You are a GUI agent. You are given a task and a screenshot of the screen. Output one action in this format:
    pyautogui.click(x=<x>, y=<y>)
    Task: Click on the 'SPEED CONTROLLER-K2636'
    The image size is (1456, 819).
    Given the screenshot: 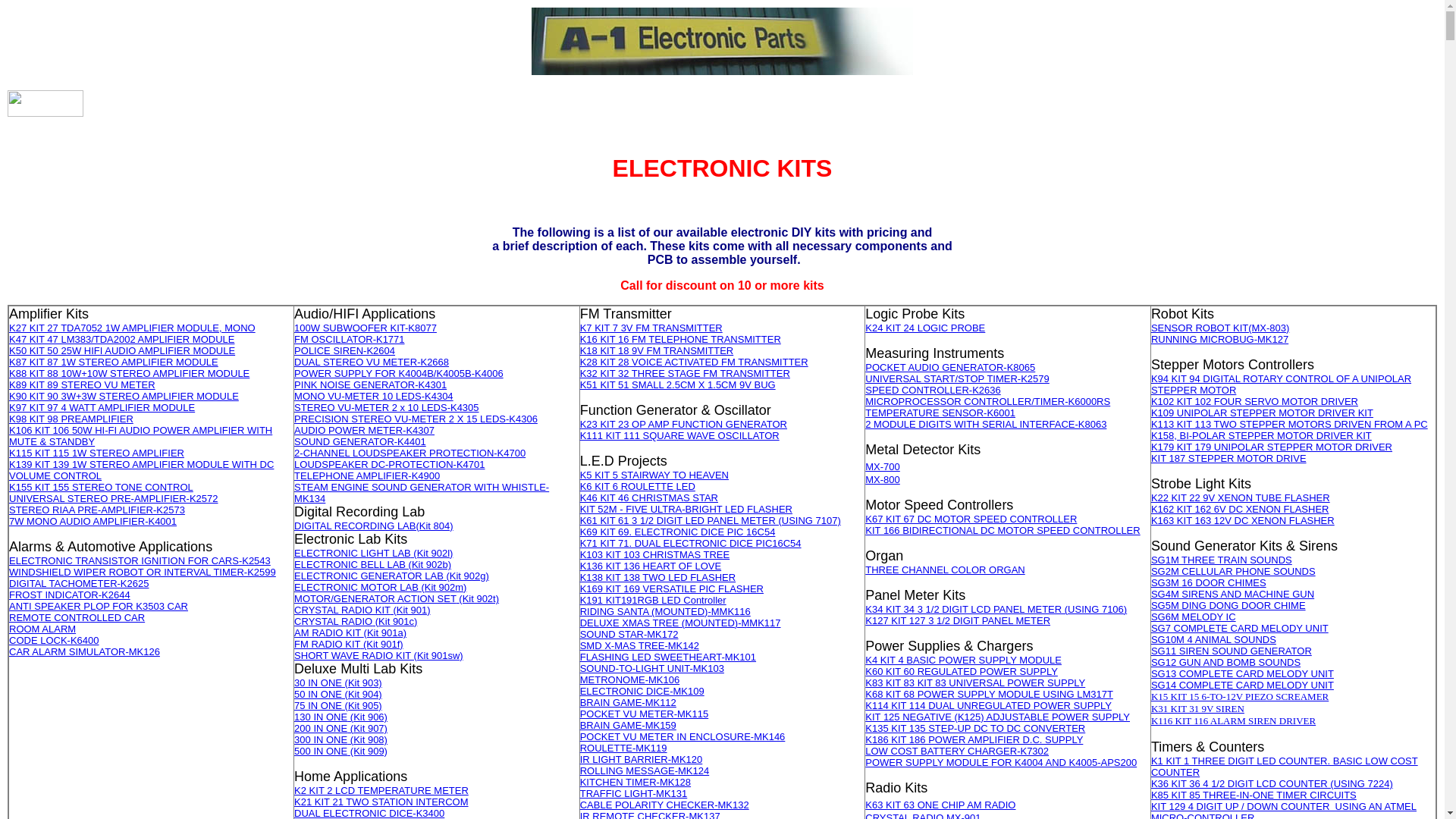 What is the action you would take?
    pyautogui.click(x=931, y=389)
    